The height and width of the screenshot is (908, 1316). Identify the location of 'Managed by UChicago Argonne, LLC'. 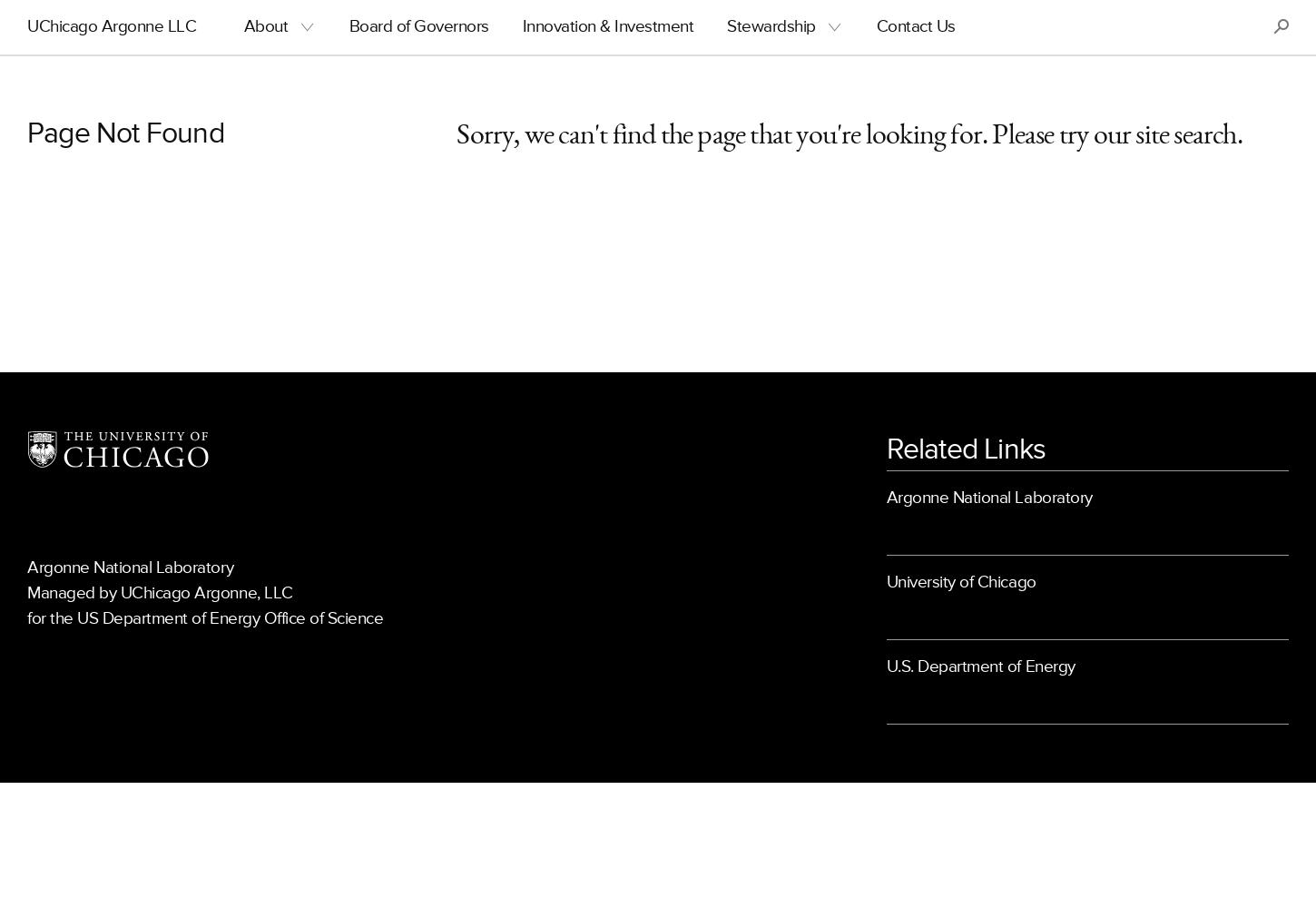
(159, 593).